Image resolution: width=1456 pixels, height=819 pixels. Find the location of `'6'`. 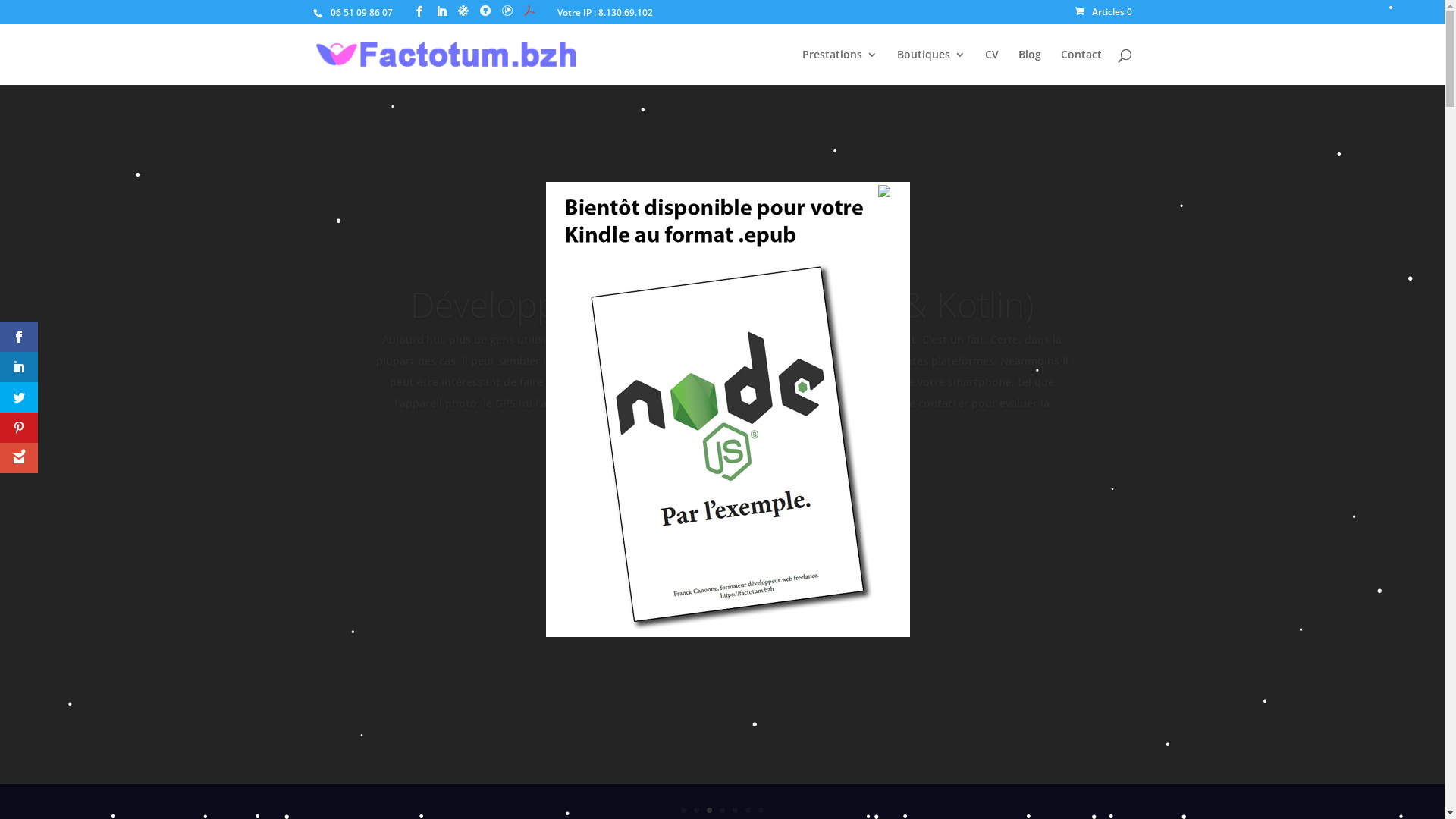

'6' is located at coordinates (748, 809).